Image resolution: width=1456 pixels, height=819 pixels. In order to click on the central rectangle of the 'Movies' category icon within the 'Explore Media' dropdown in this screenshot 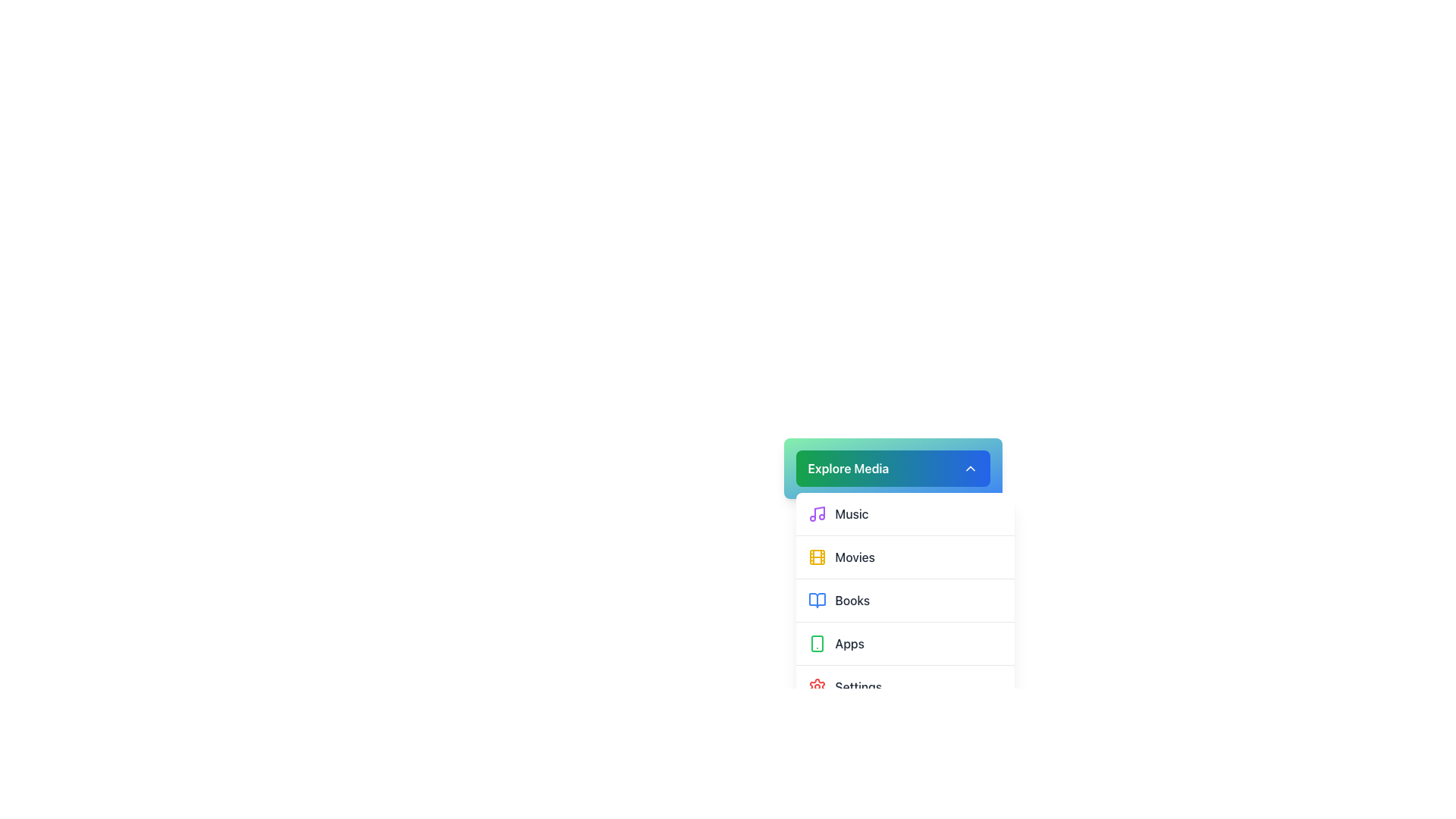, I will do `click(816, 557)`.